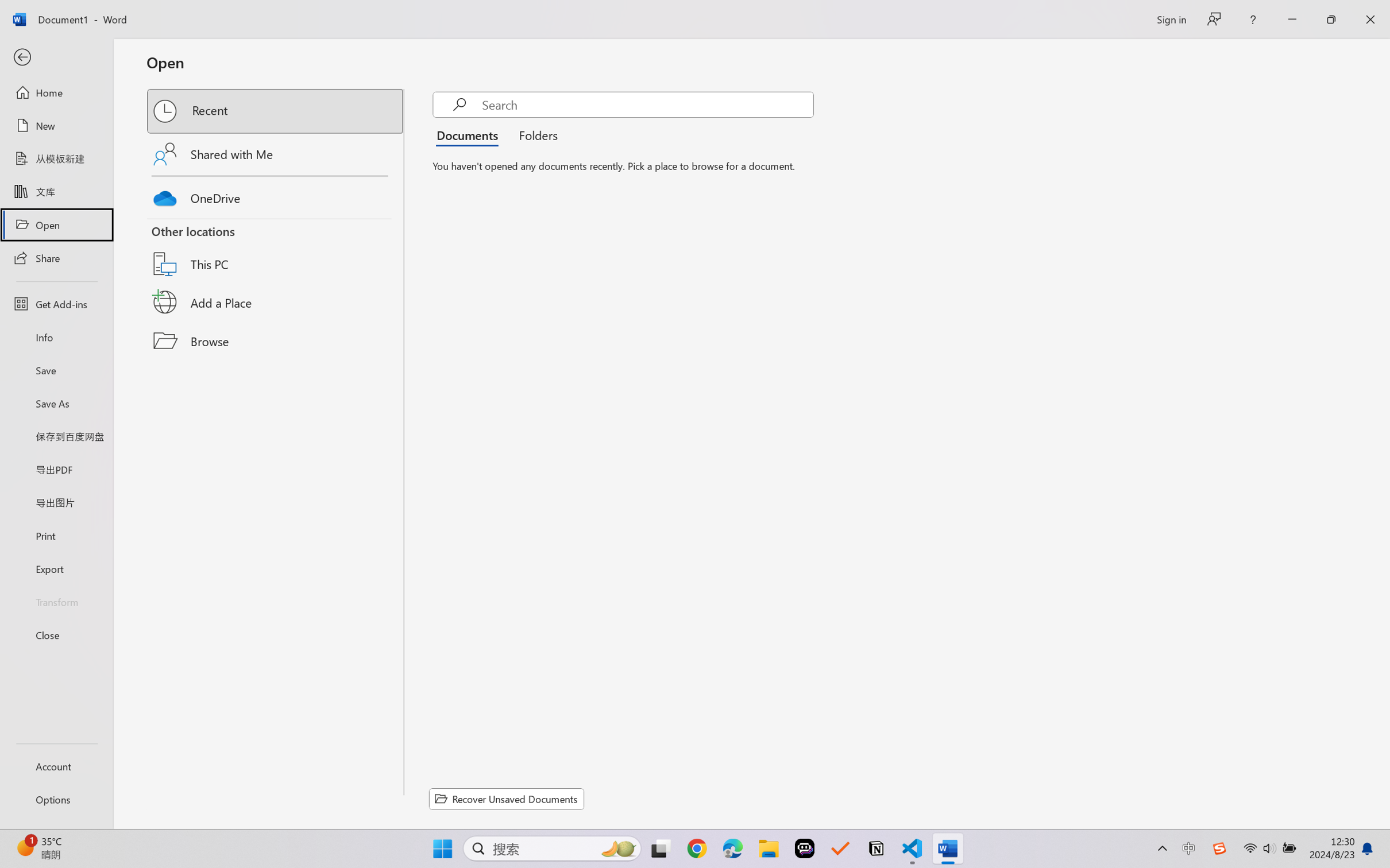  I want to click on 'Export', so click(56, 568).